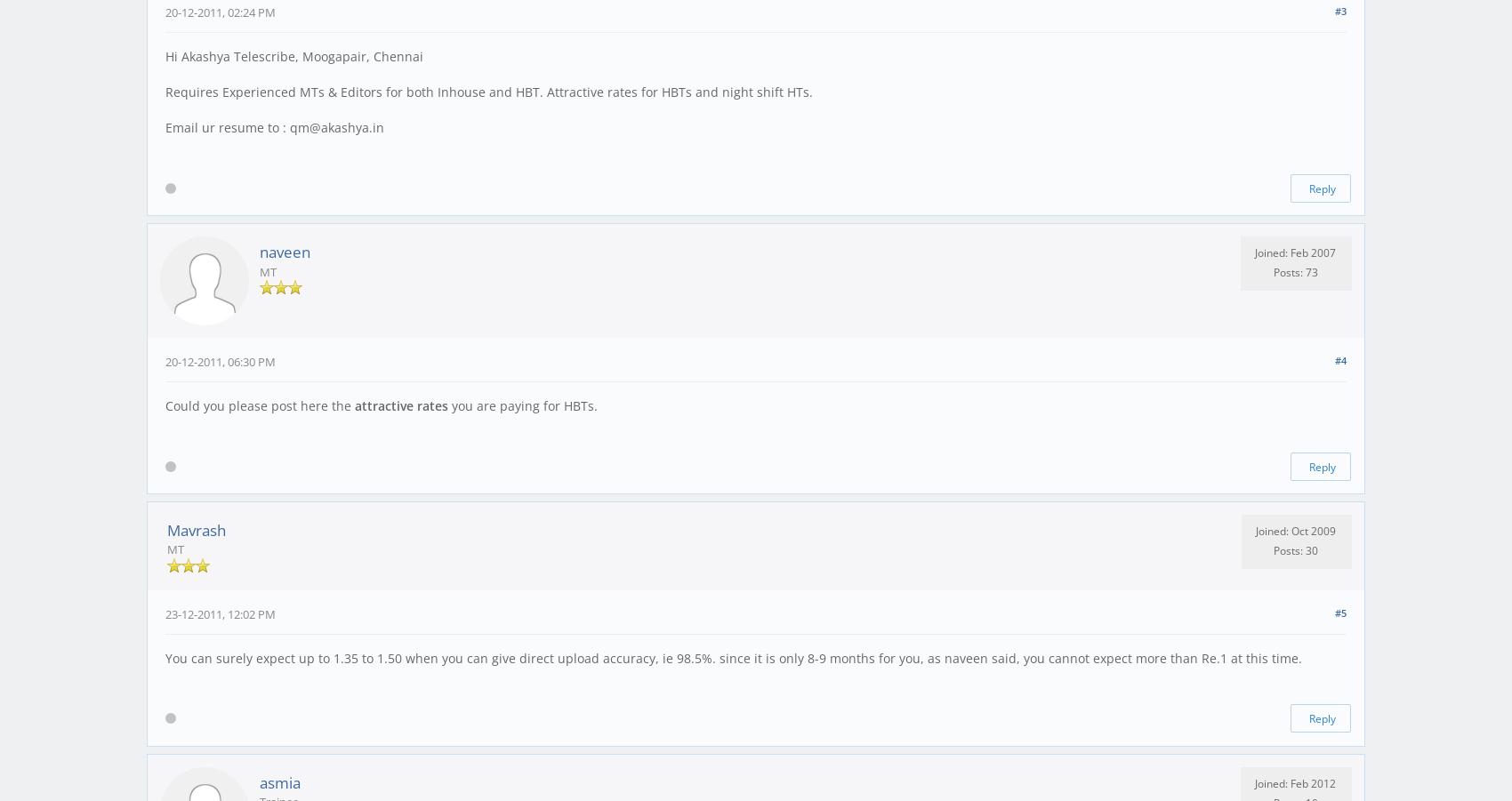  Describe the element at coordinates (197, 529) in the screenshot. I see `'Mavrash'` at that location.